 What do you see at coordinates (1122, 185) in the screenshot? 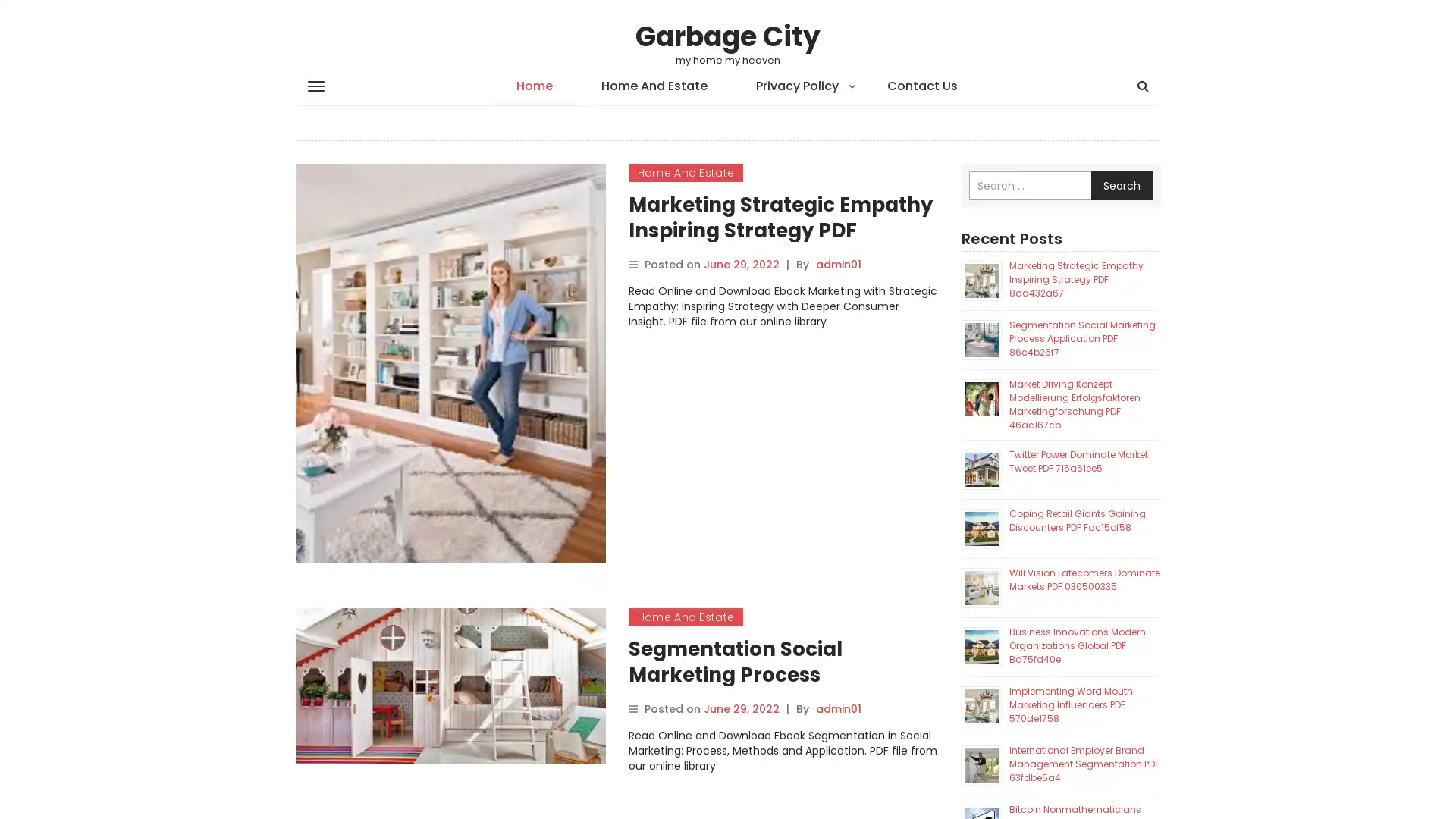
I see `Search` at bounding box center [1122, 185].